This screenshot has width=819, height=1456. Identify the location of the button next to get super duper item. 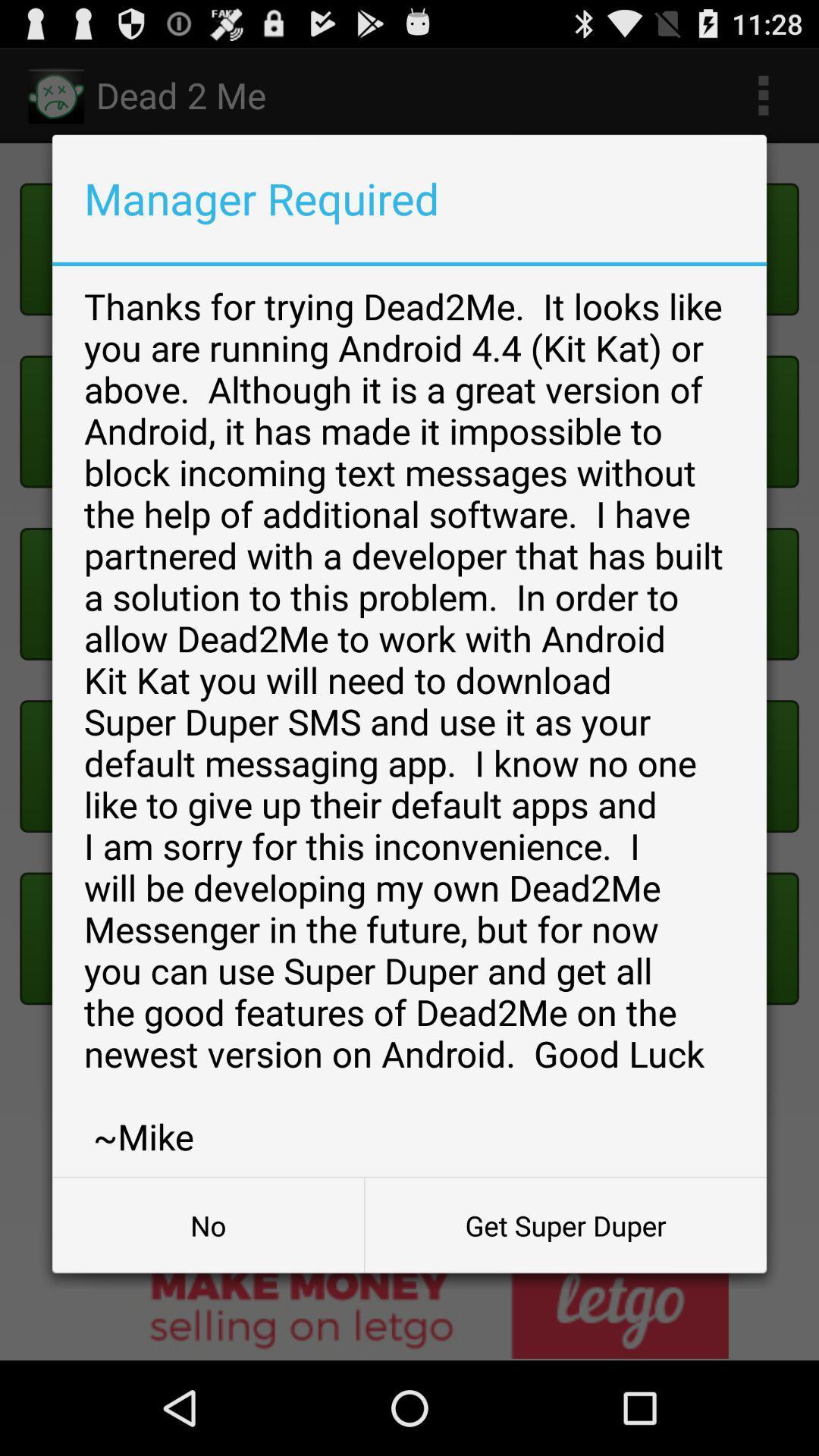
(208, 1225).